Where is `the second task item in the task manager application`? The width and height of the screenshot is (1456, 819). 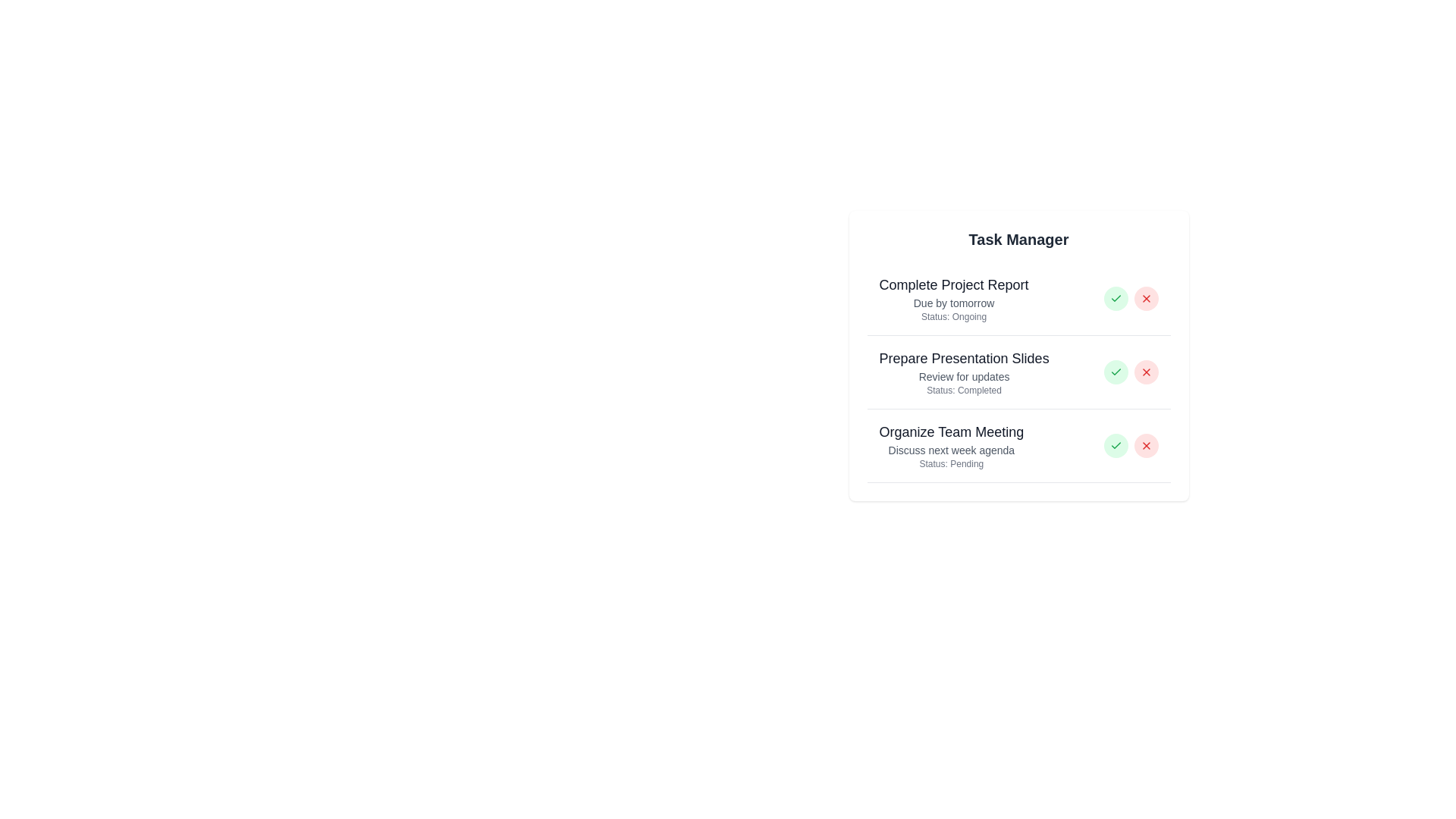
the second task item in the task manager application is located at coordinates (1018, 372).